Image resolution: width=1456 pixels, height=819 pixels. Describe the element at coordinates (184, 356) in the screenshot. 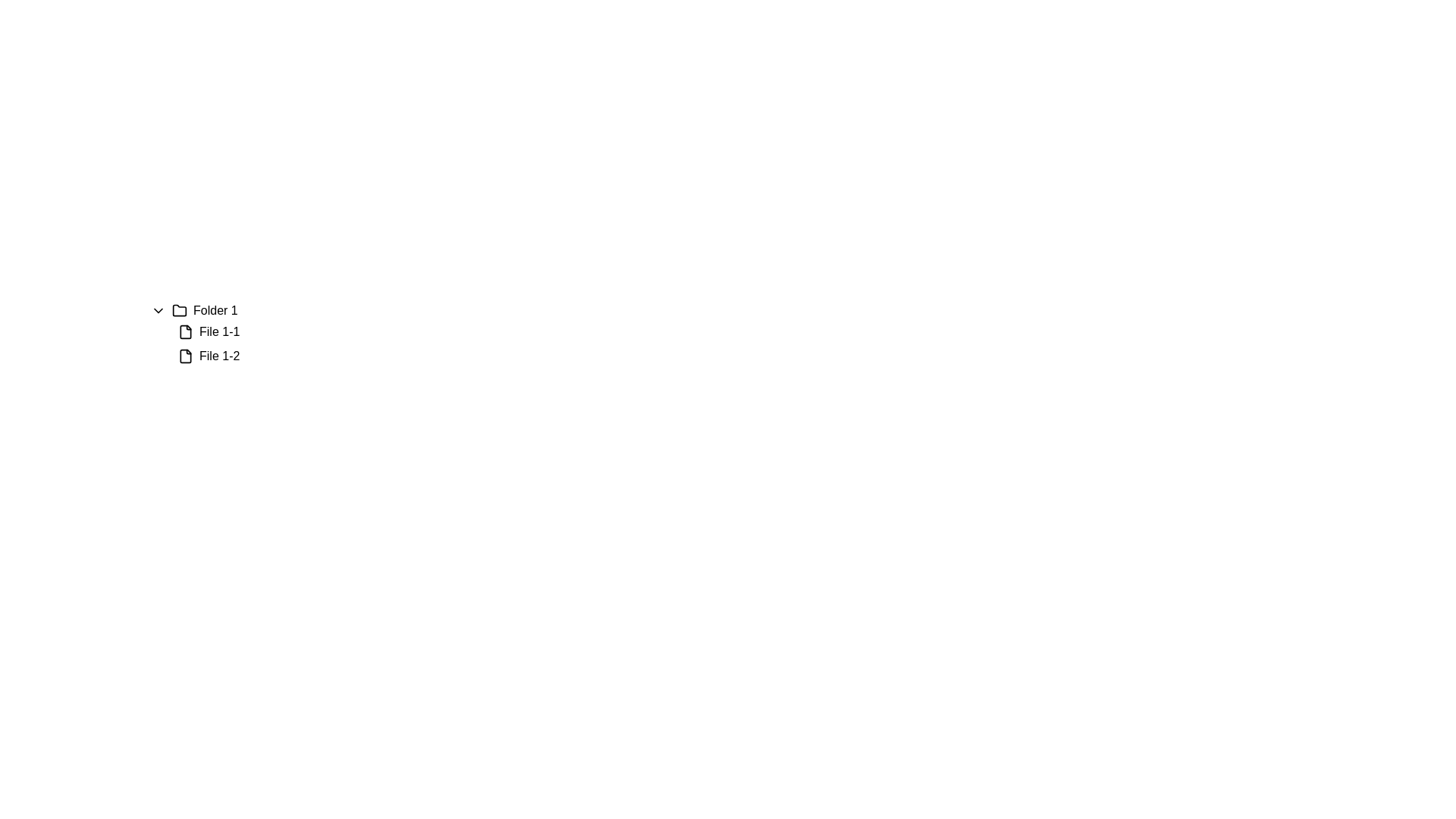

I see `the file icon representing 'File 1-2'` at that location.